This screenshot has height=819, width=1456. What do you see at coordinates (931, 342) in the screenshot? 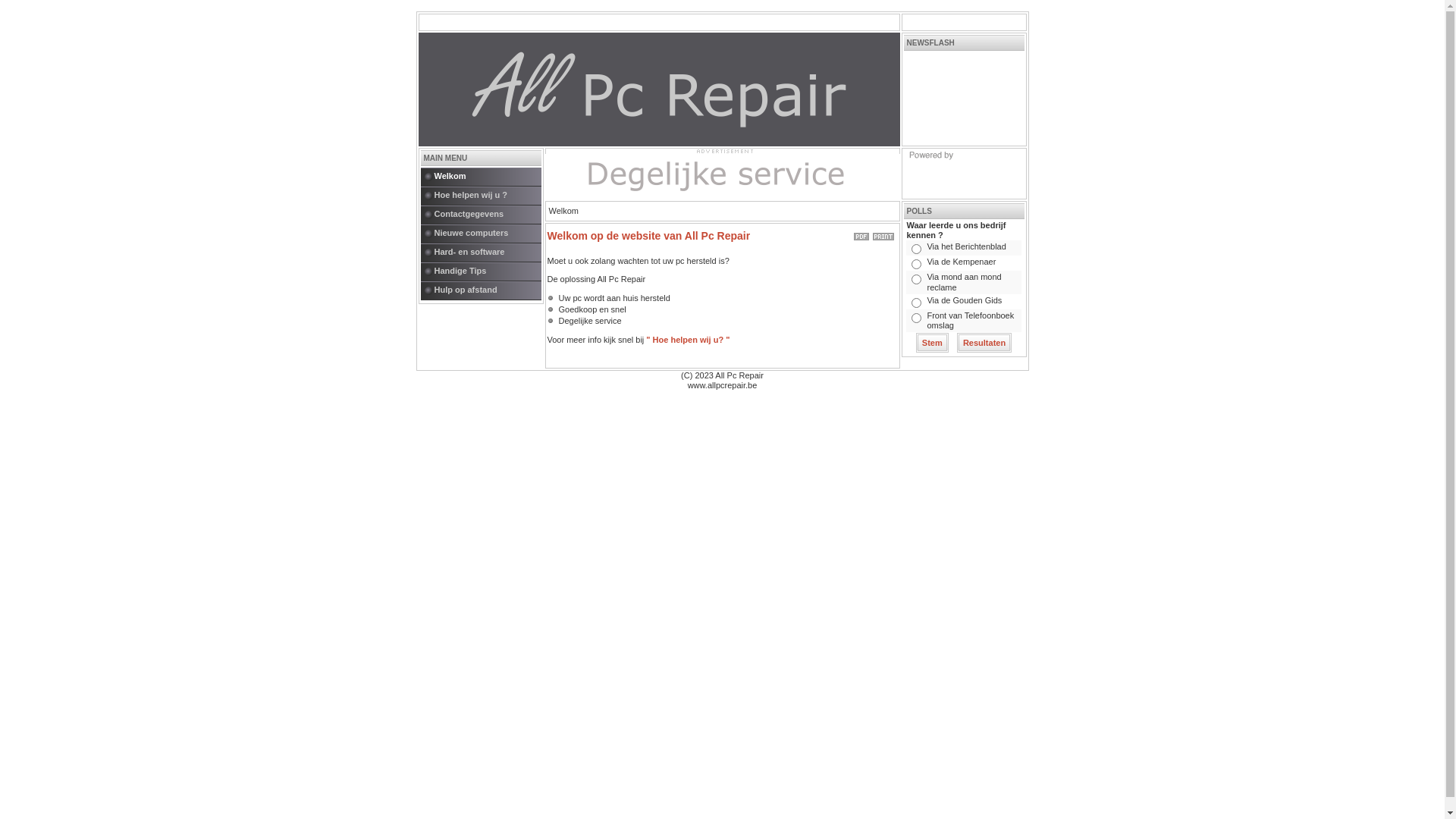
I see `'Stem'` at bounding box center [931, 342].